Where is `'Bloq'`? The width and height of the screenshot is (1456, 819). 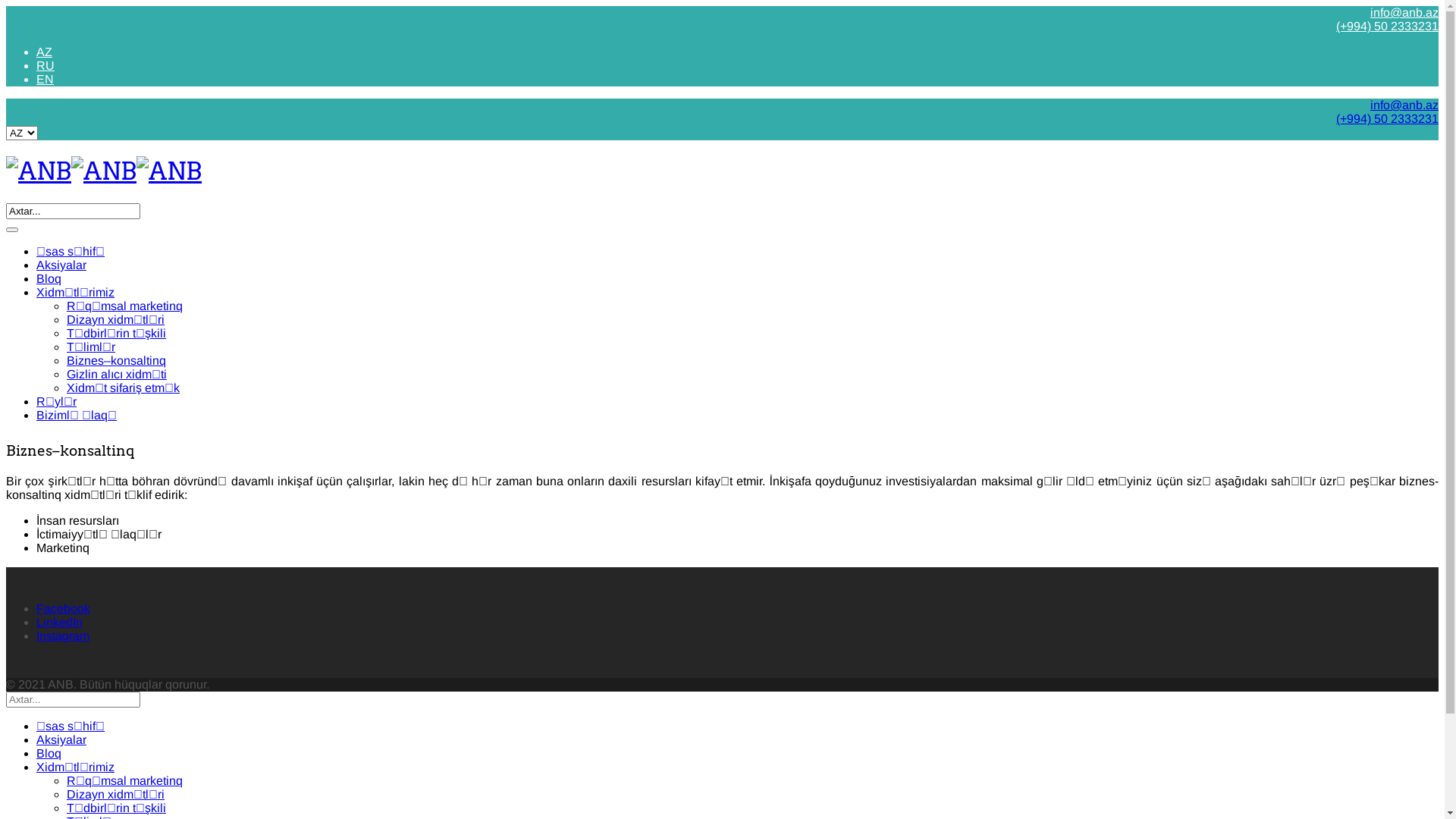 'Bloq' is located at coordinates (49, 753).